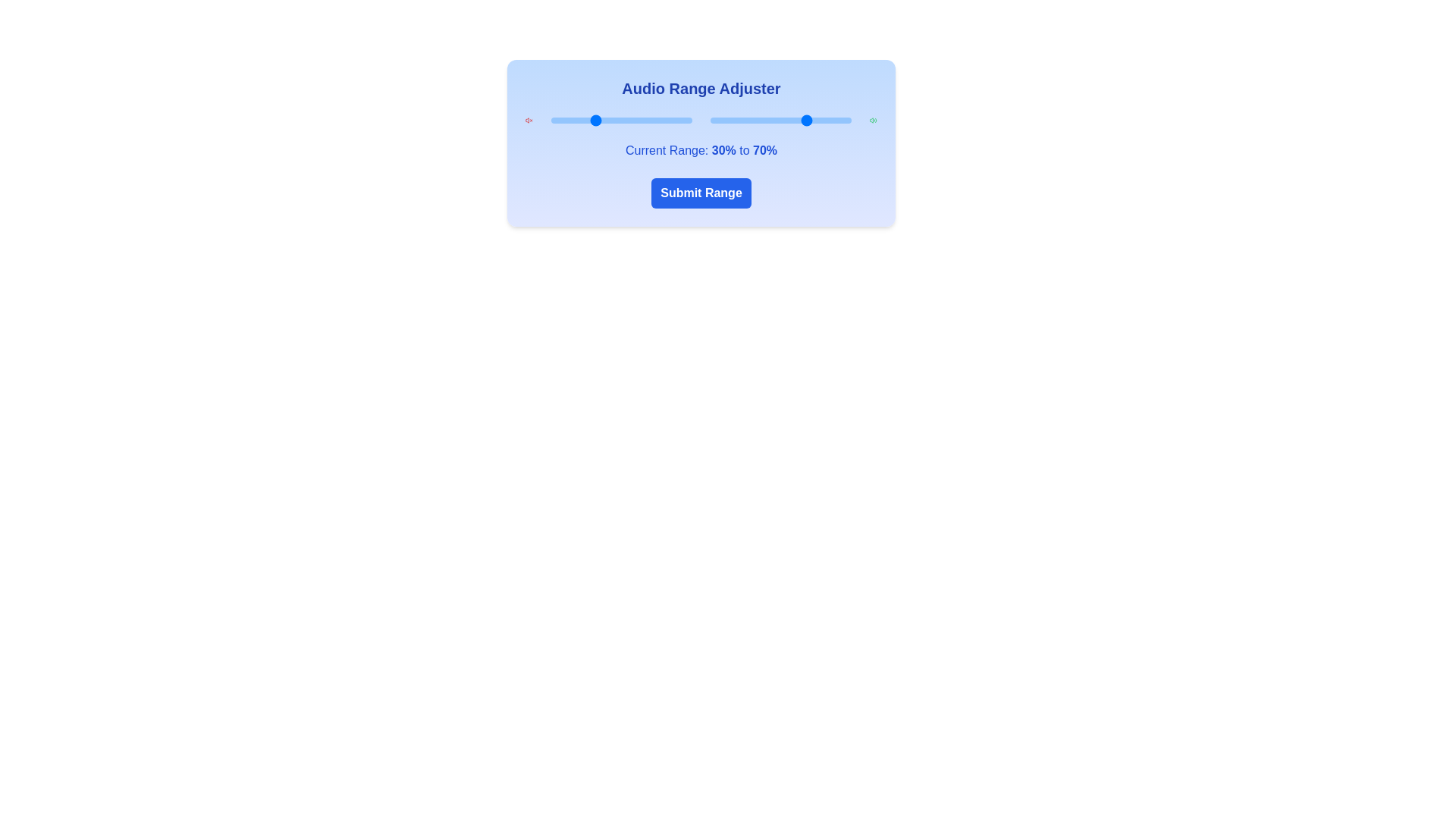 The height and width of the screenshot is (819, 1456). I want to click on the slider, so click(552, 119).